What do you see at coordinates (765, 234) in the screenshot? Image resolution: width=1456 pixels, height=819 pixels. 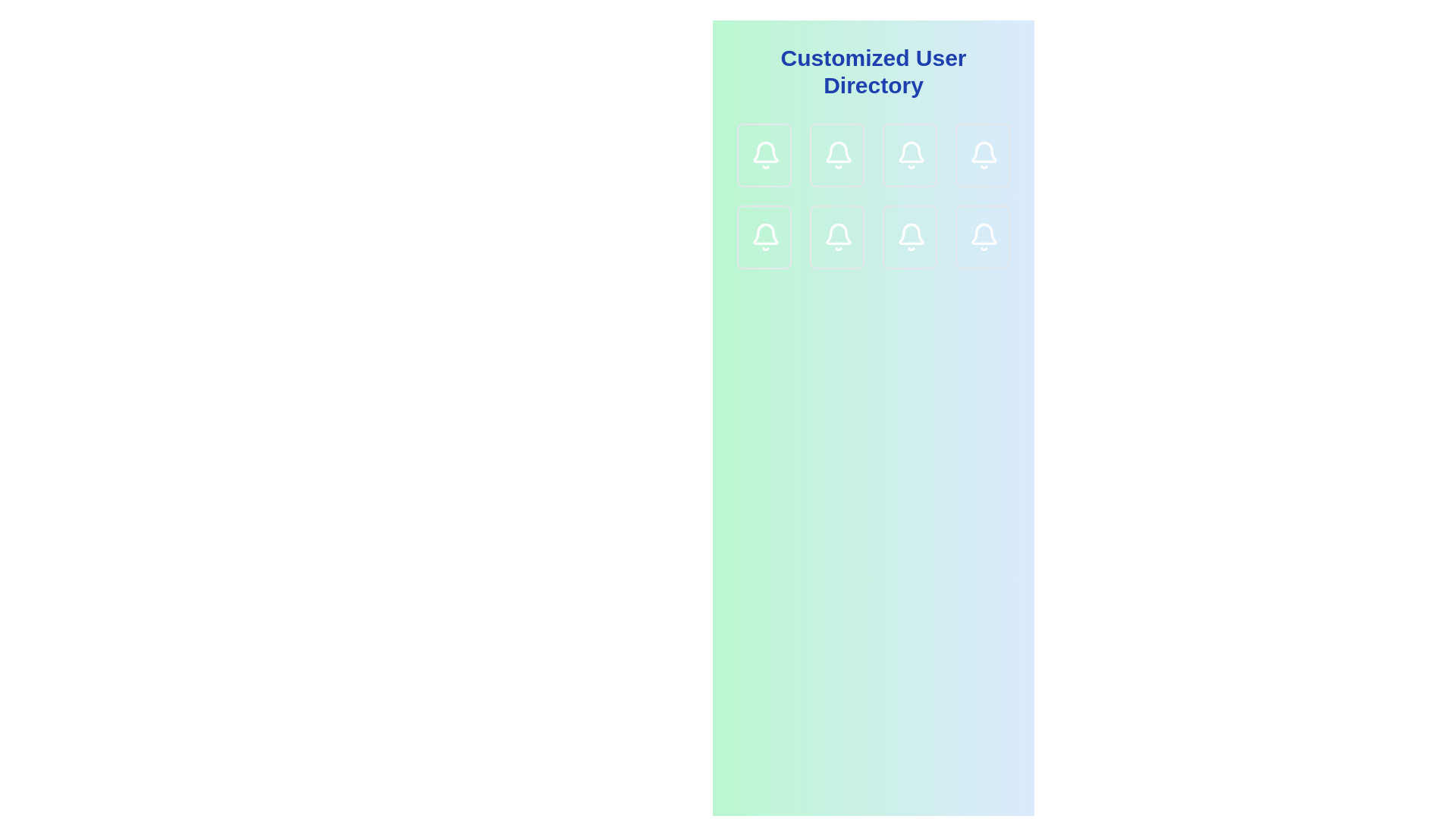 I see `the bell icon located in the second row and first column of the grid layout` at bounding box center [765, 234].